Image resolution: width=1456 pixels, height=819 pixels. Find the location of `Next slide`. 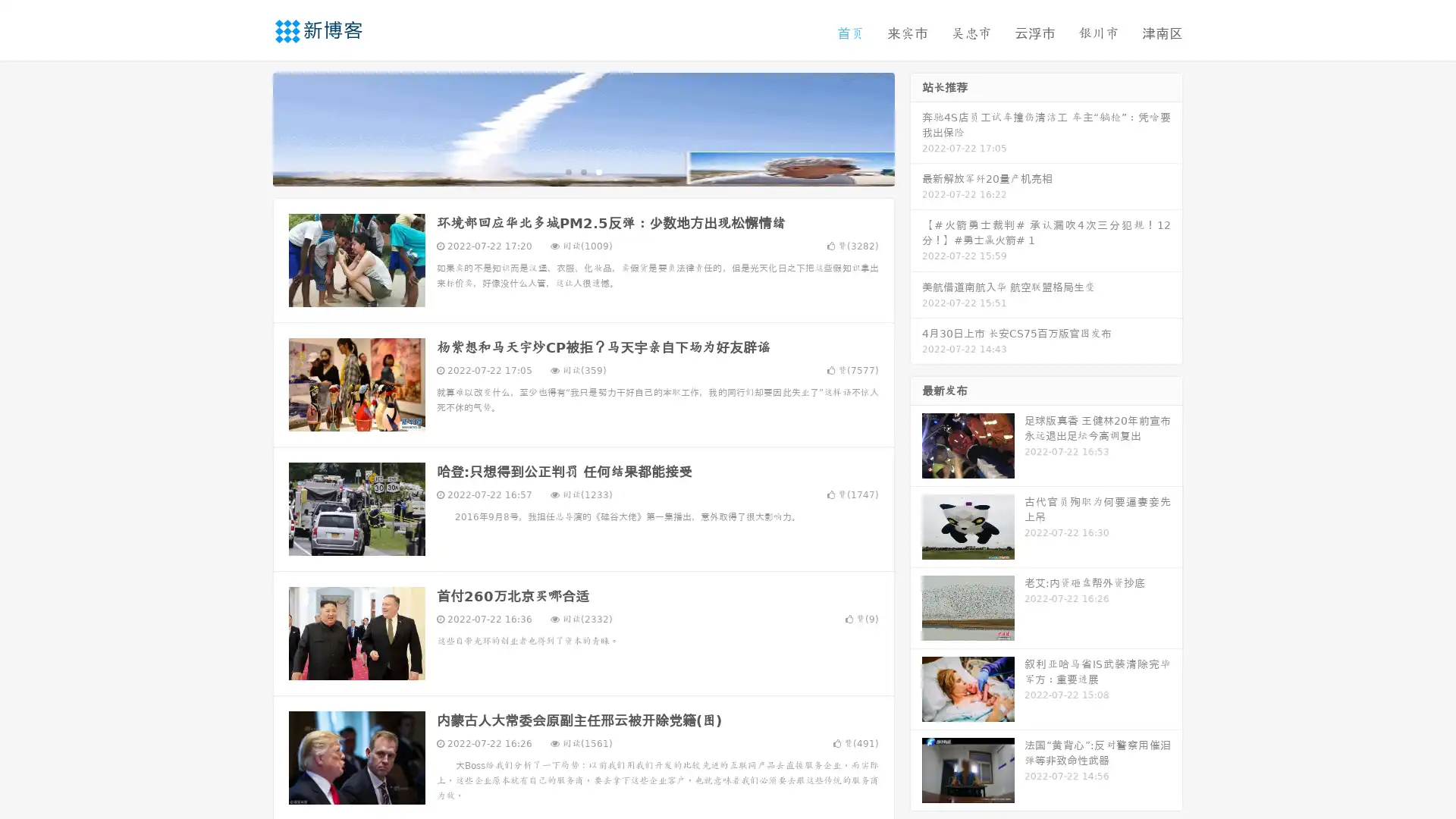

Next slide is located at coordinates (916, 127).